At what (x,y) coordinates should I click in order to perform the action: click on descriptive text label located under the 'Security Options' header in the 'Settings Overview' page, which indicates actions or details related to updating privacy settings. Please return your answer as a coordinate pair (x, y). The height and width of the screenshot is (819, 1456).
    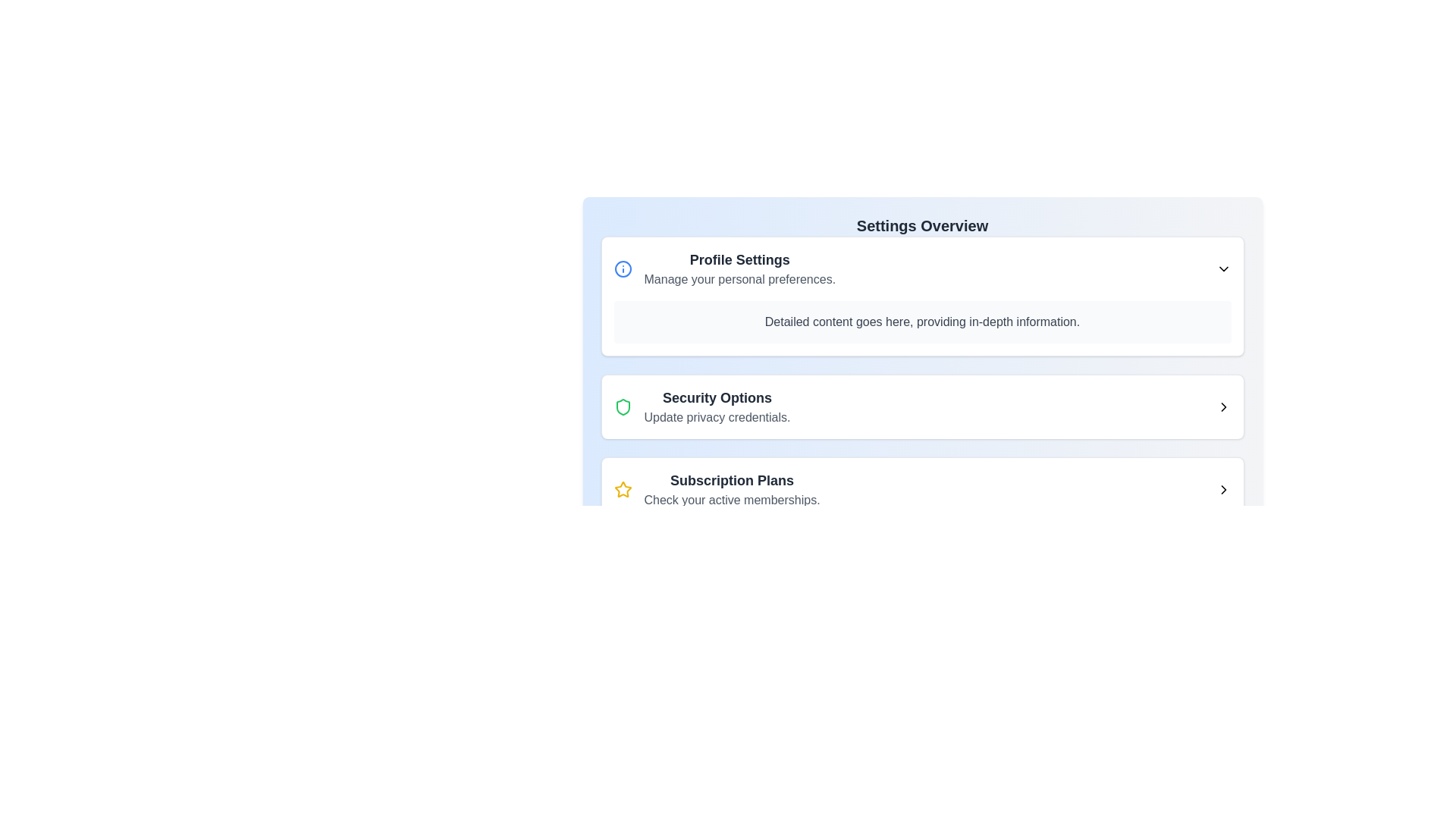
    Looking at the image, I should click on (716, 418).